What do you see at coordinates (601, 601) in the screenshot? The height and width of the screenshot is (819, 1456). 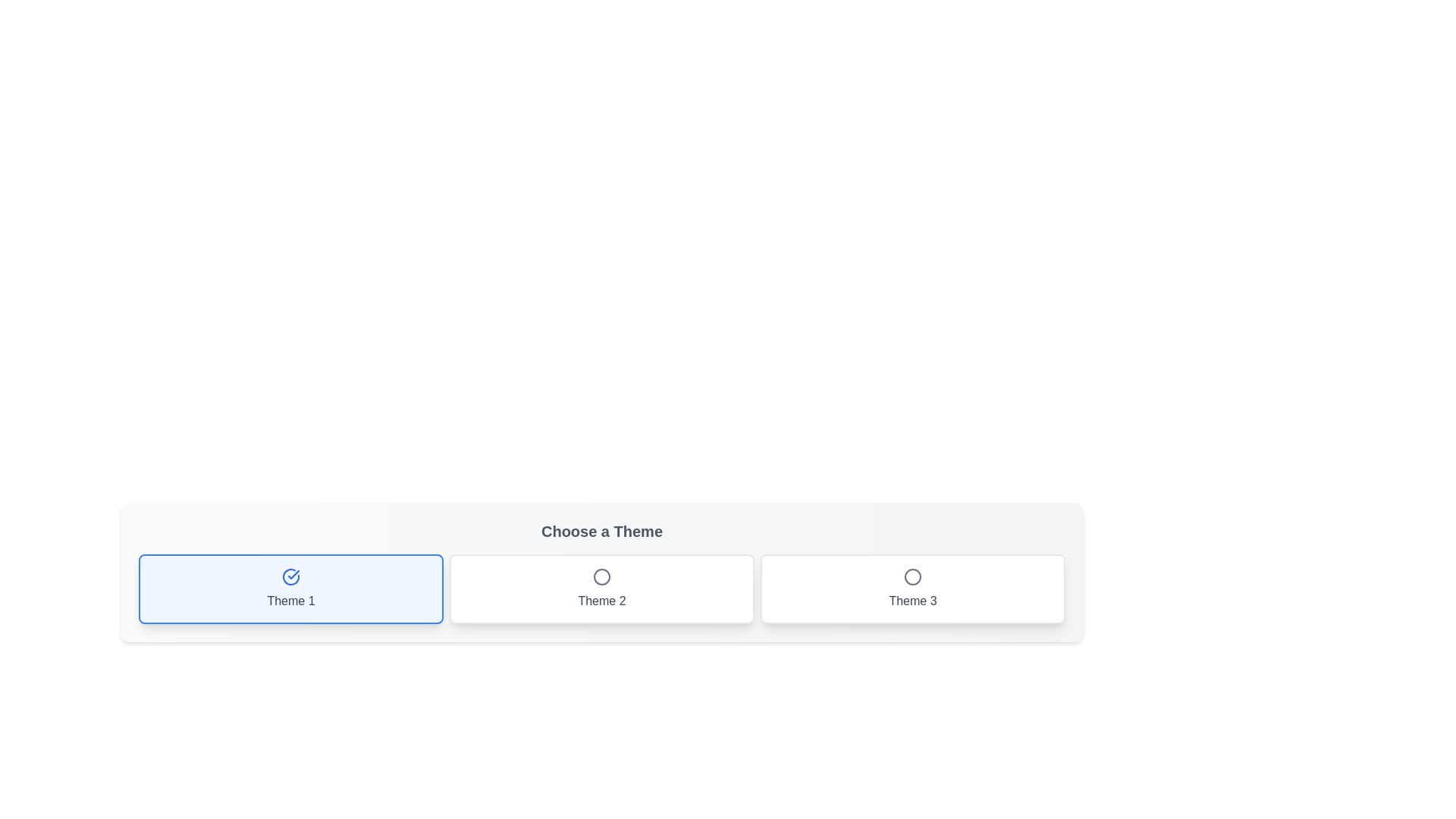 I see `the text label displaying 'Theme 2', which is styled with medium font weight and gray color, located centrally under the interactive button with the same label` at bounding box center [601, 601].